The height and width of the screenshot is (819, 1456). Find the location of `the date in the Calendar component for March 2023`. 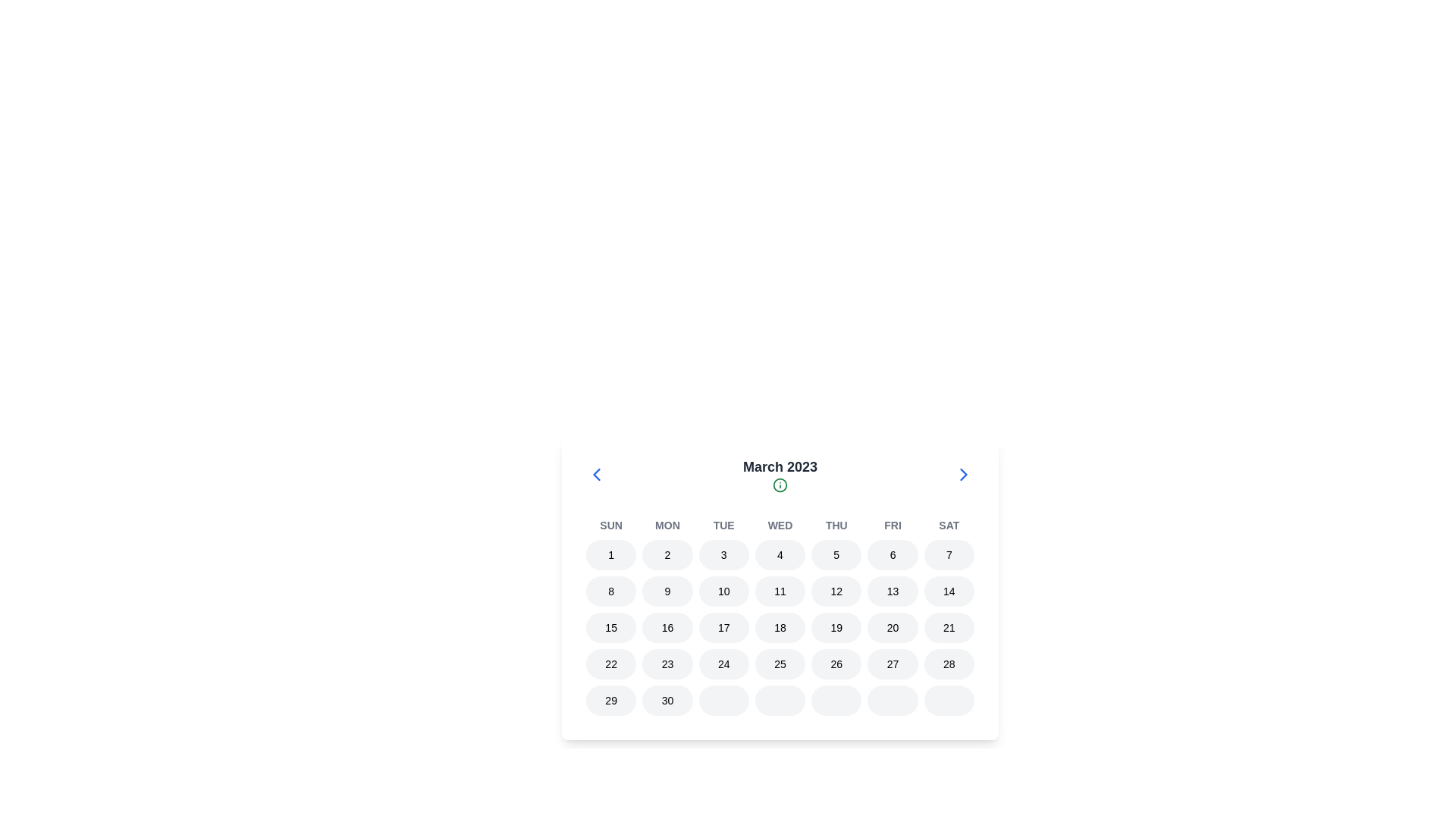

the date in the Calendar component for March 2023 is located at coordinates (780, 588).